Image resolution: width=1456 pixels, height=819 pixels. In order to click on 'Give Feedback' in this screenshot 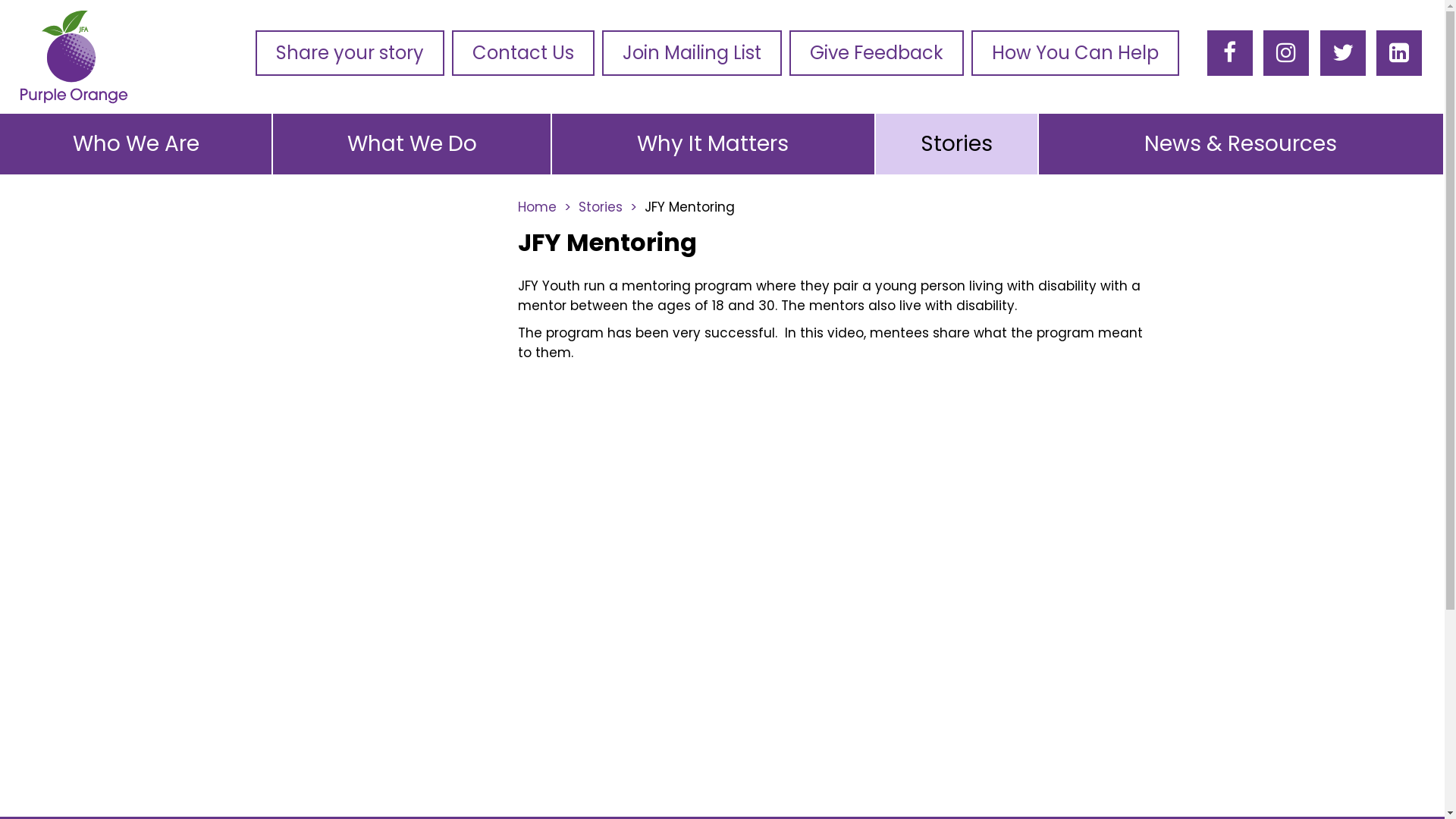, I will do `click(877, 52)`.